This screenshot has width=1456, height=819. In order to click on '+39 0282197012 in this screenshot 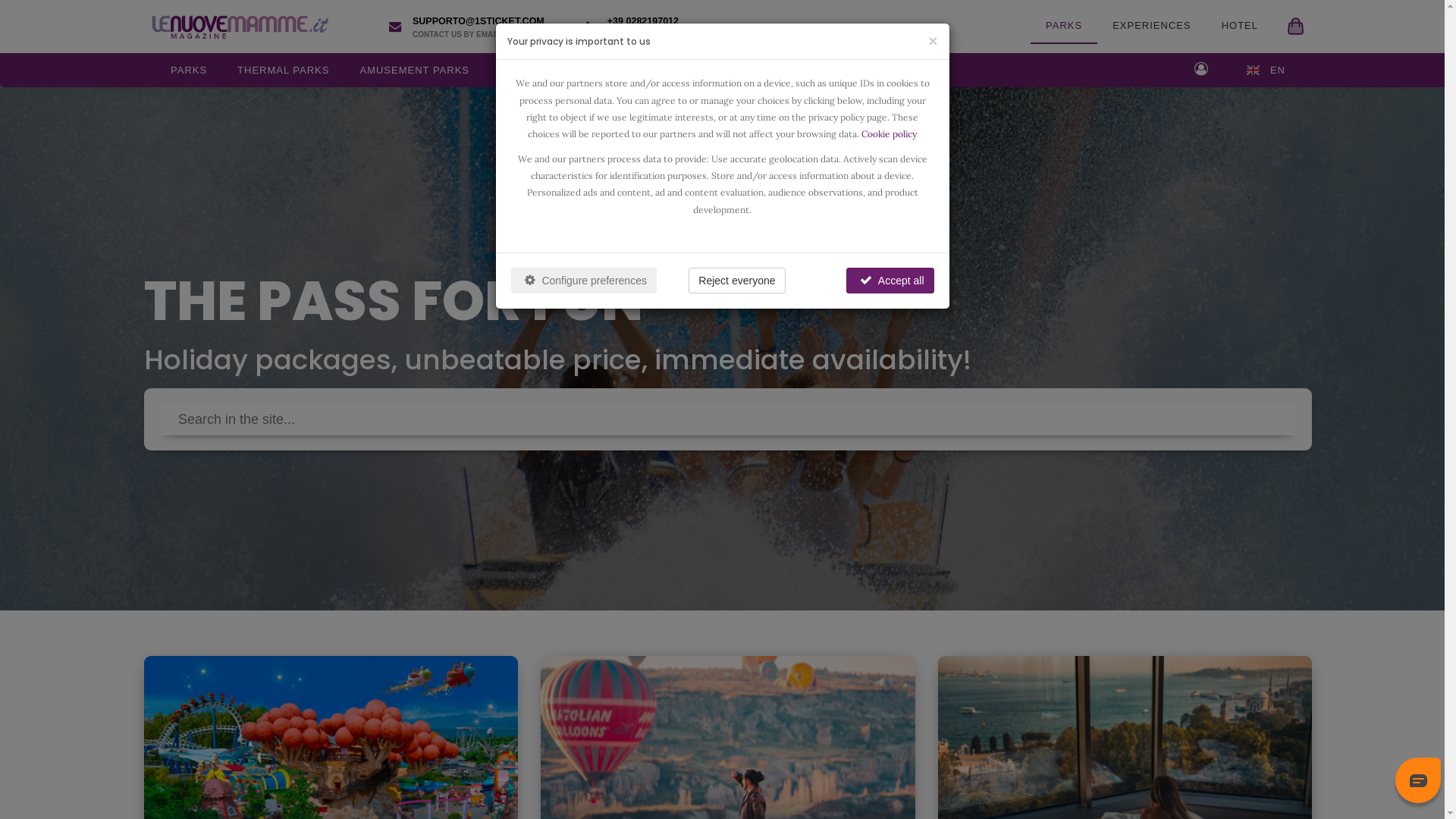, I will do `click(637, 26)`.